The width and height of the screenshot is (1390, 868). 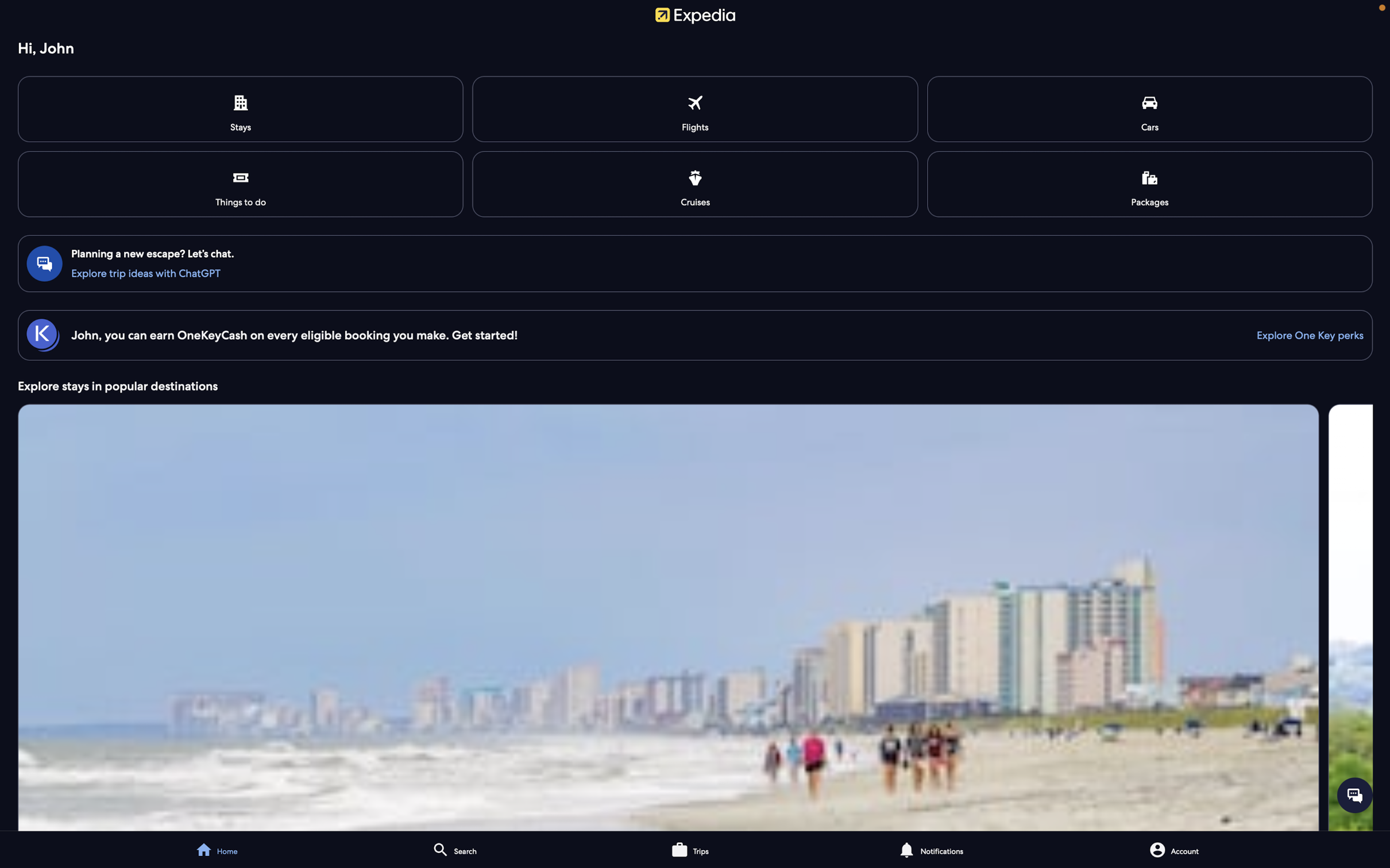 I want to click on the use of One Key Cash feature, so click(x=1304, y=334).